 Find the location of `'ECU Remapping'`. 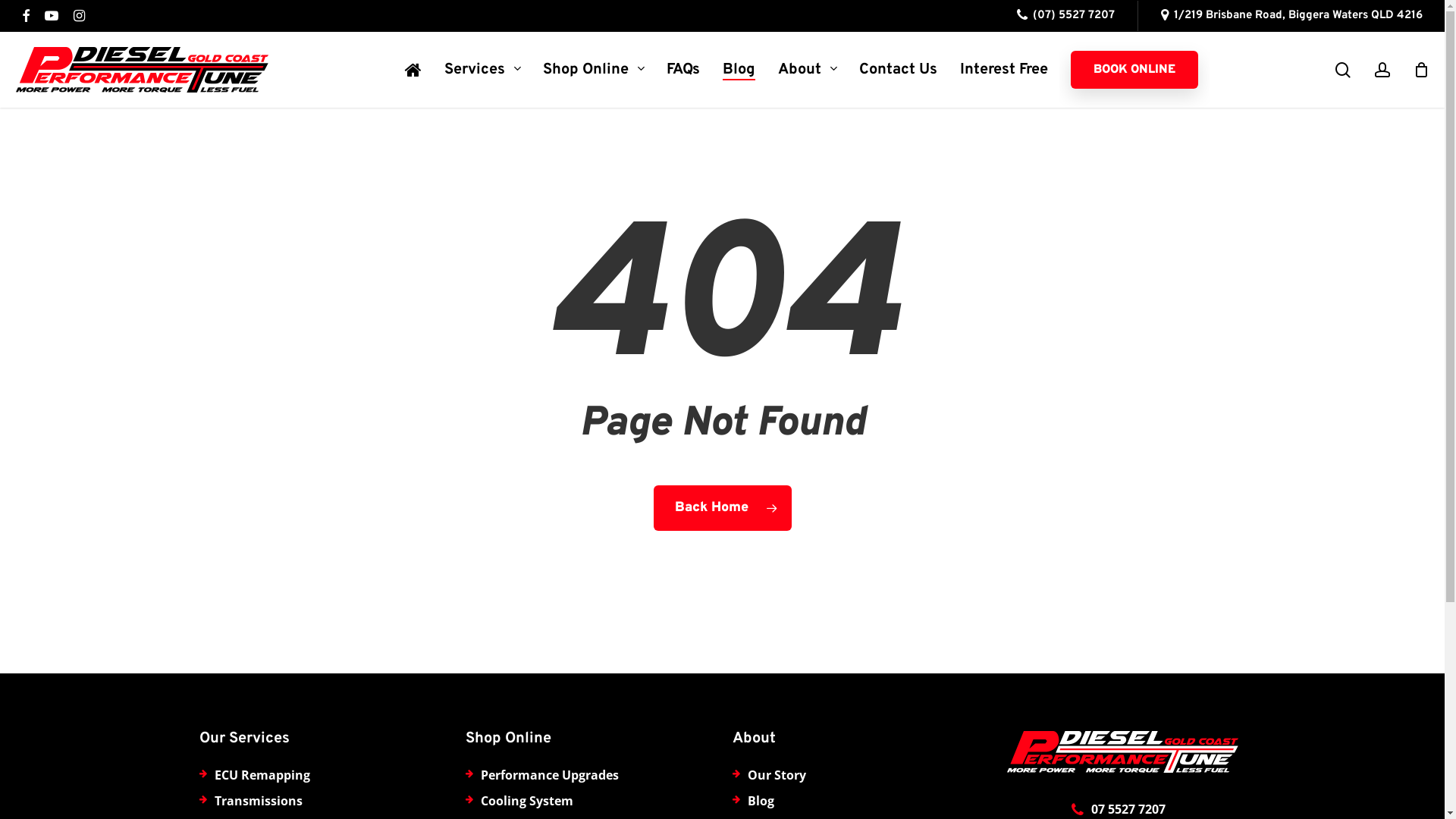

'ECU Remapping' is located at coordinates (262, 775).